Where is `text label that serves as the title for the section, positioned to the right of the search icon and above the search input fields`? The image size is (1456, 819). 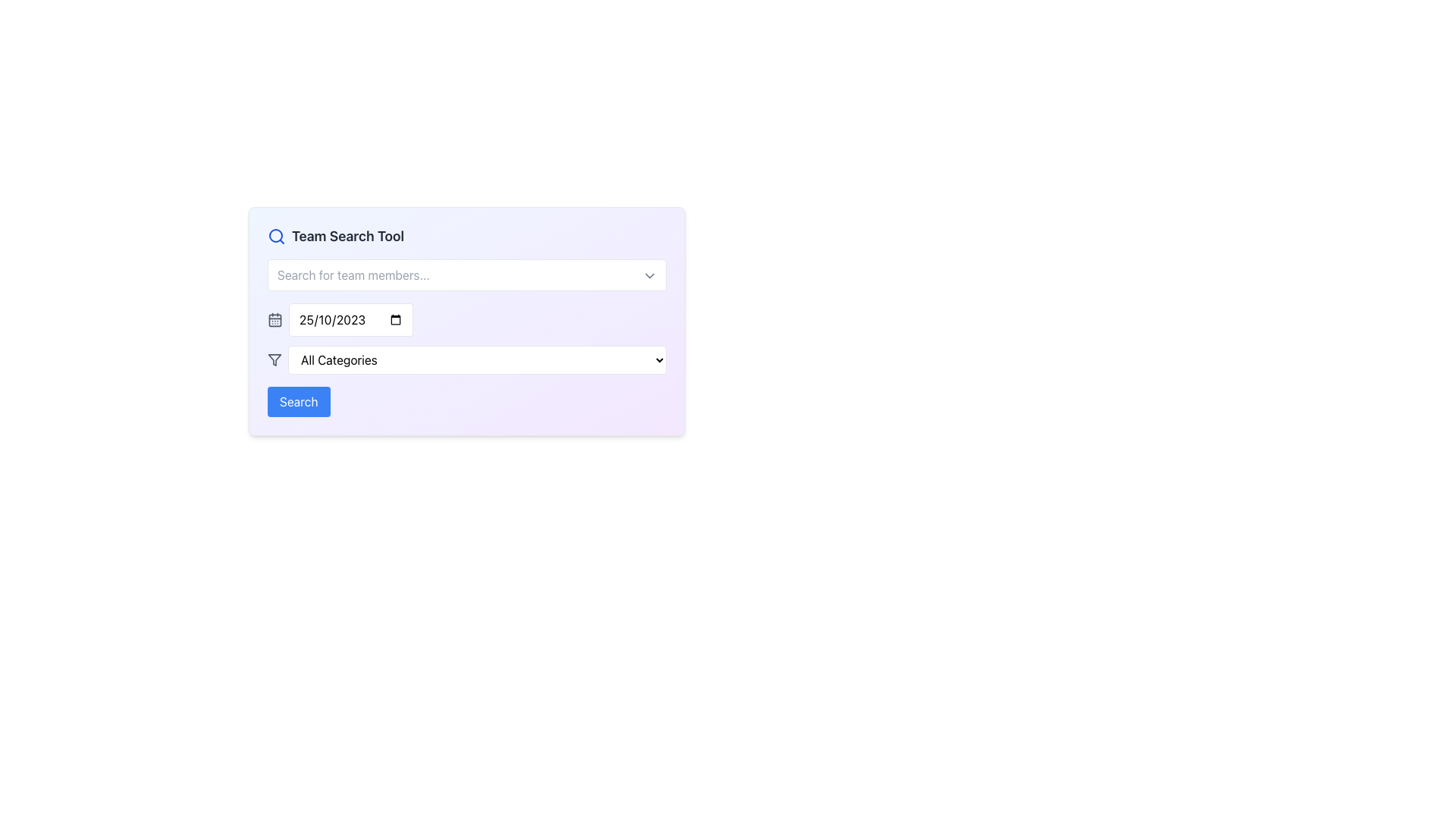
text label that serves as the title for the section, positioned to the right of the search icon and above the search input fields is located at coordinates (347, 237).